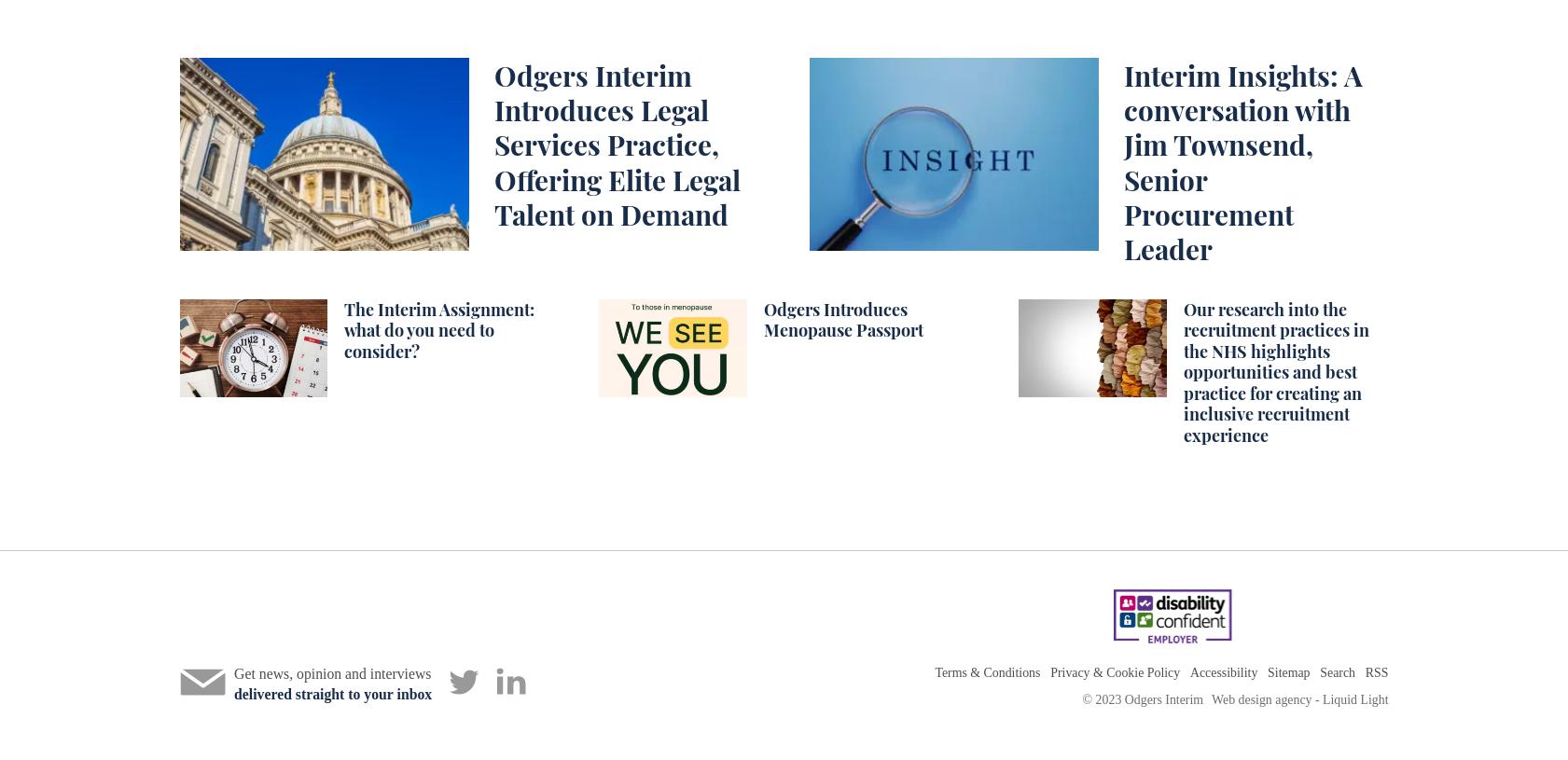  What do you see at coordinates (1288, 671) in the screenshot?
I see `'Sitemap'` at bounding box center [1288, 671].